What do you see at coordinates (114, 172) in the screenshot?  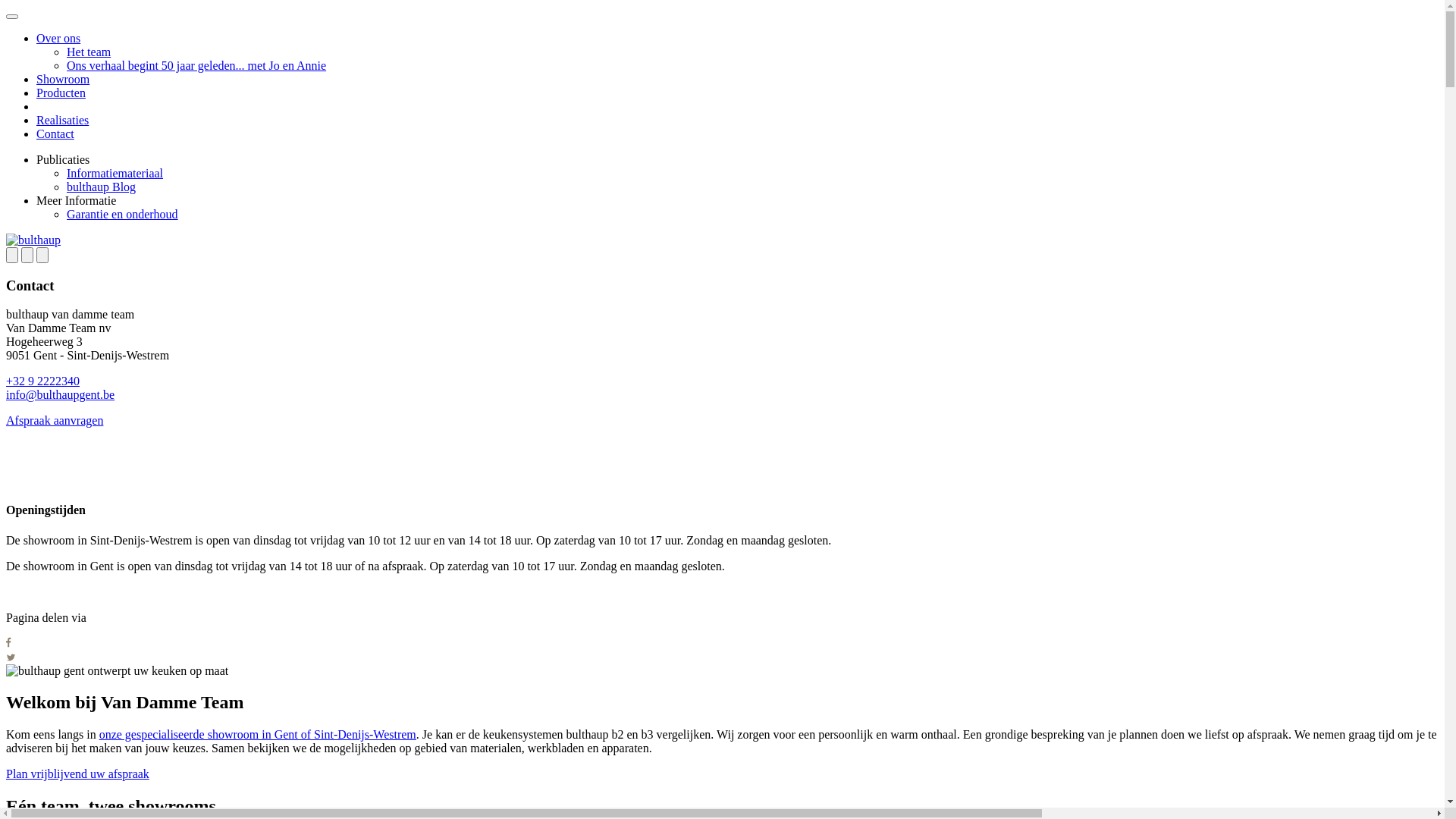 I see `'Informatiemateriaal'` at bounding box center [114, 172].